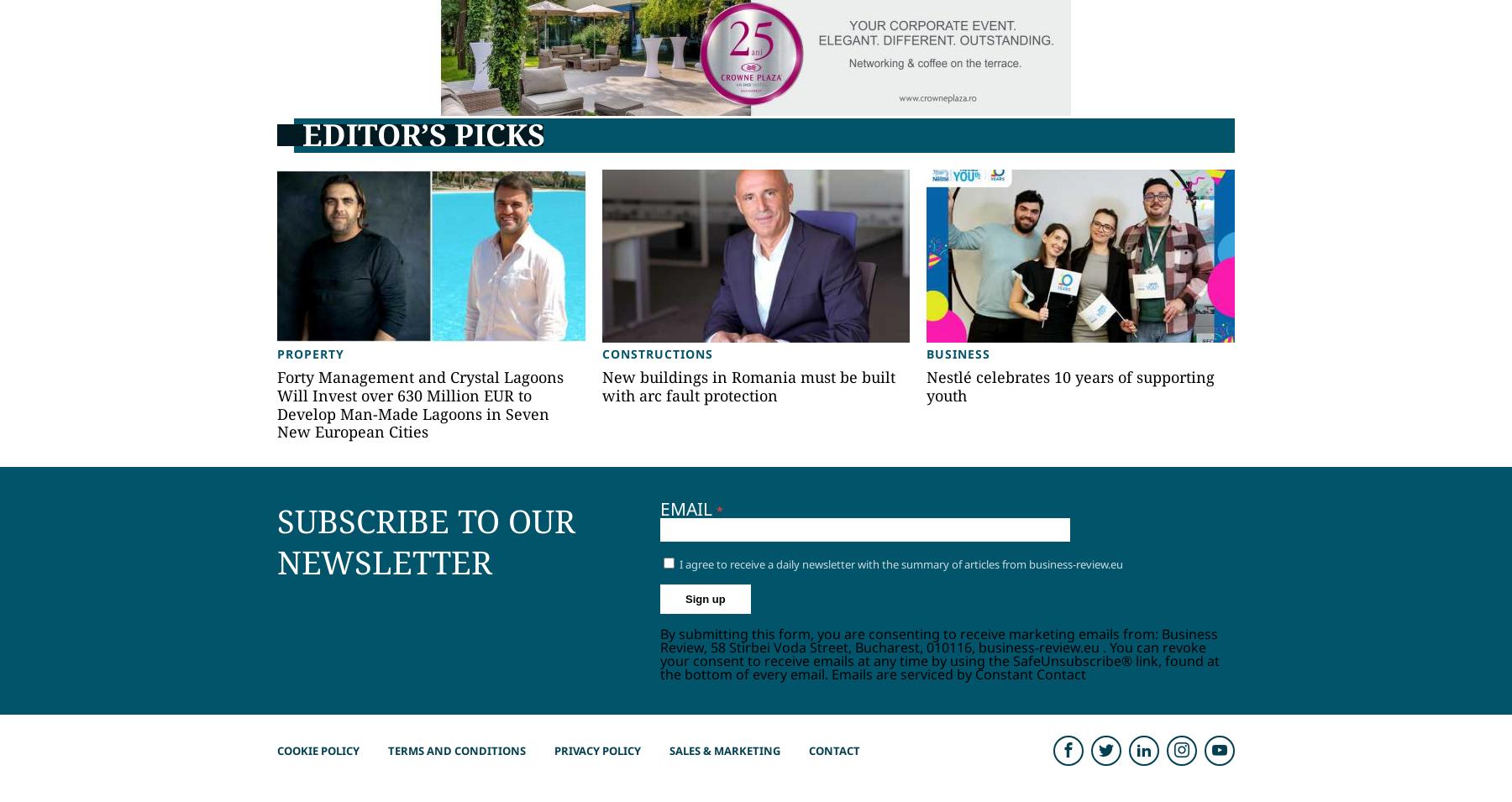 This screenshot has height=802, width=1512. What do you see at coordinates (419, 404) in the screenshot?
I see `'Forty Management and Crystal Lagoons Will Invest over 630 Million EUR to Develop Man-Made Lagoons in Seven New European Cities'` at bounding box center [419, 404].